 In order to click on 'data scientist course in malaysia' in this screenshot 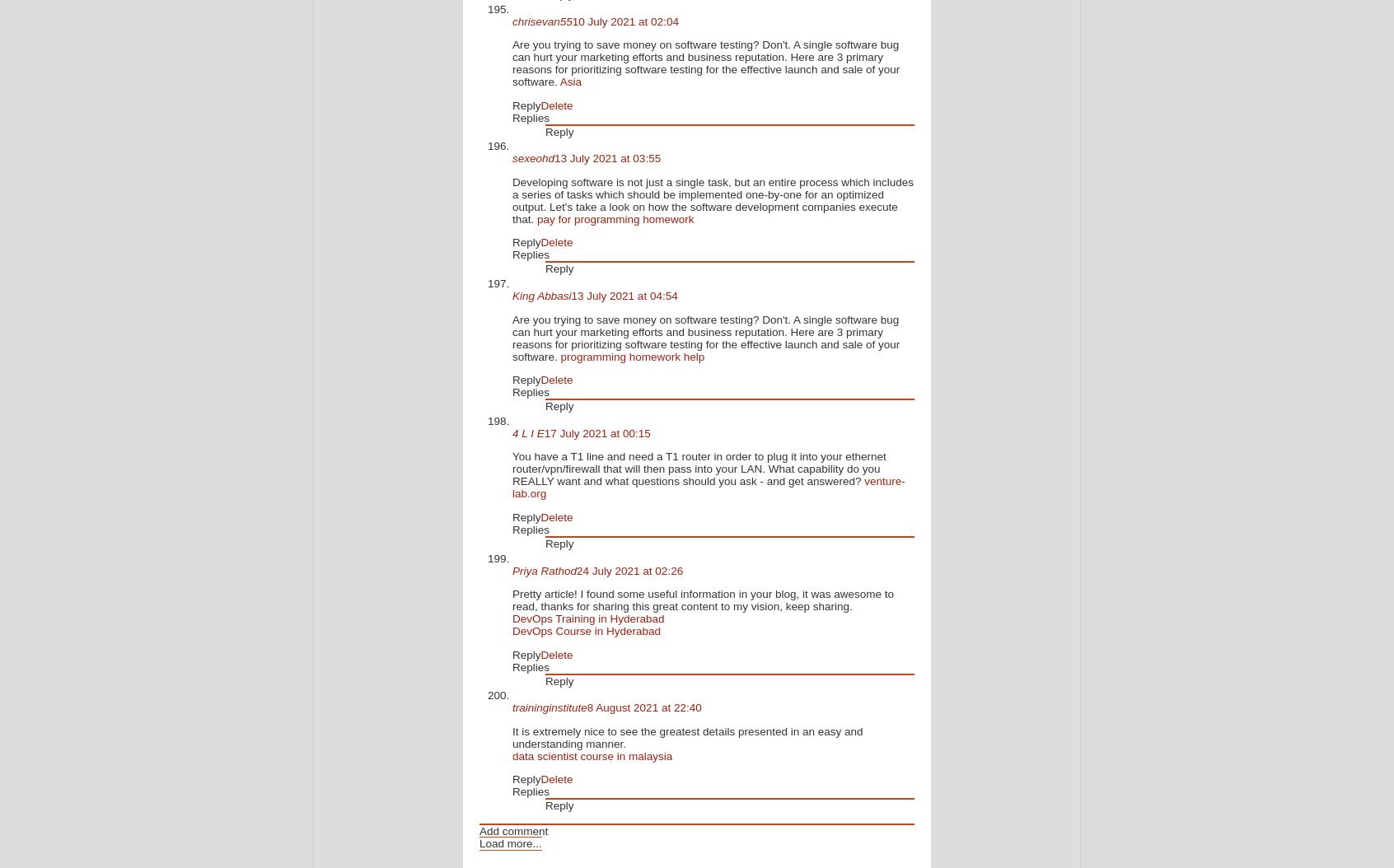, I will do `click(591, 754)`.